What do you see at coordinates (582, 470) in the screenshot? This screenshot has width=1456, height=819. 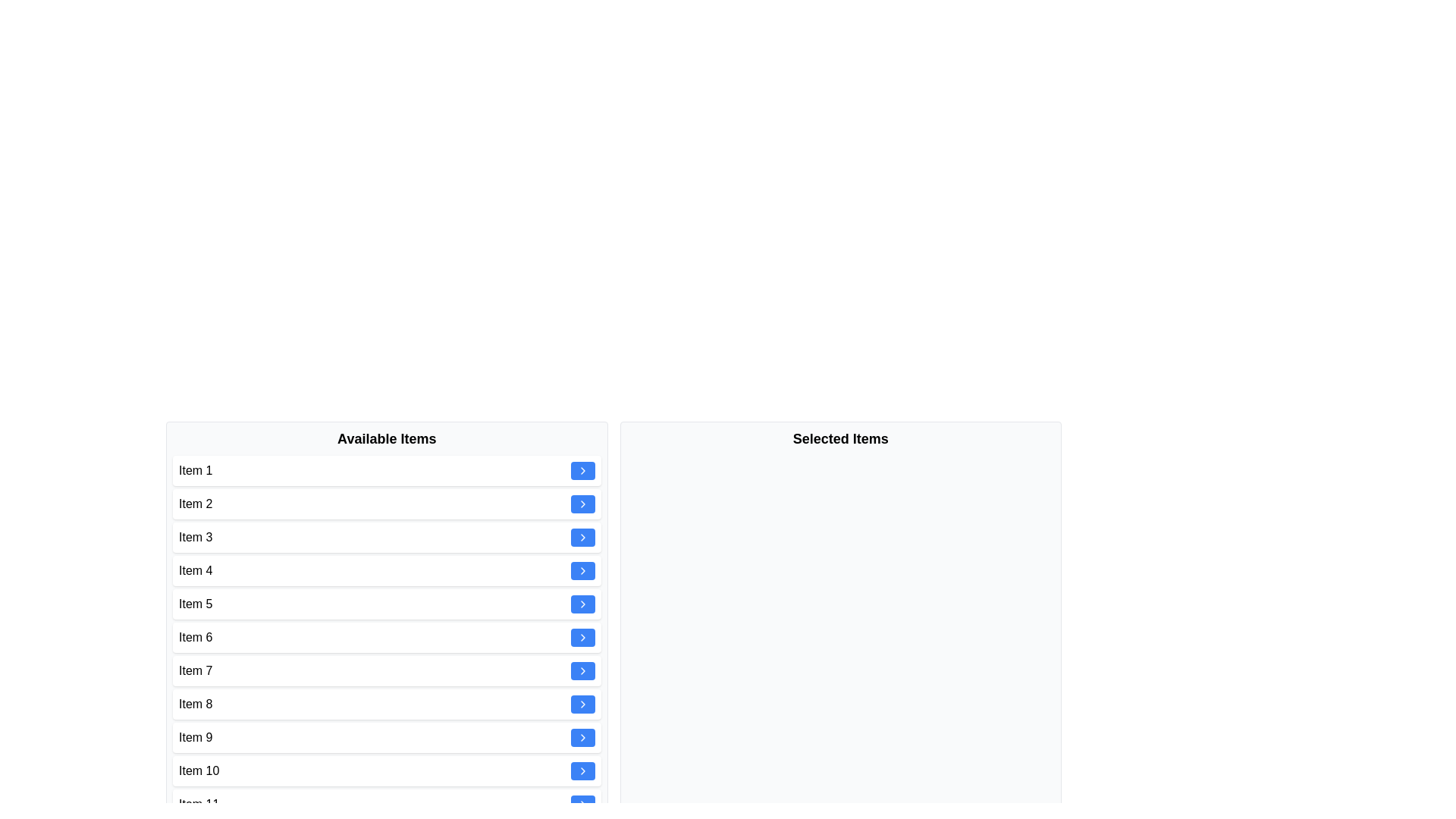 I see `the small triangular arrow icon pointing to the right, which is located inside the blue button in the row for 'Item 1' under 'Available Items'` at bounding box center [582, 470].